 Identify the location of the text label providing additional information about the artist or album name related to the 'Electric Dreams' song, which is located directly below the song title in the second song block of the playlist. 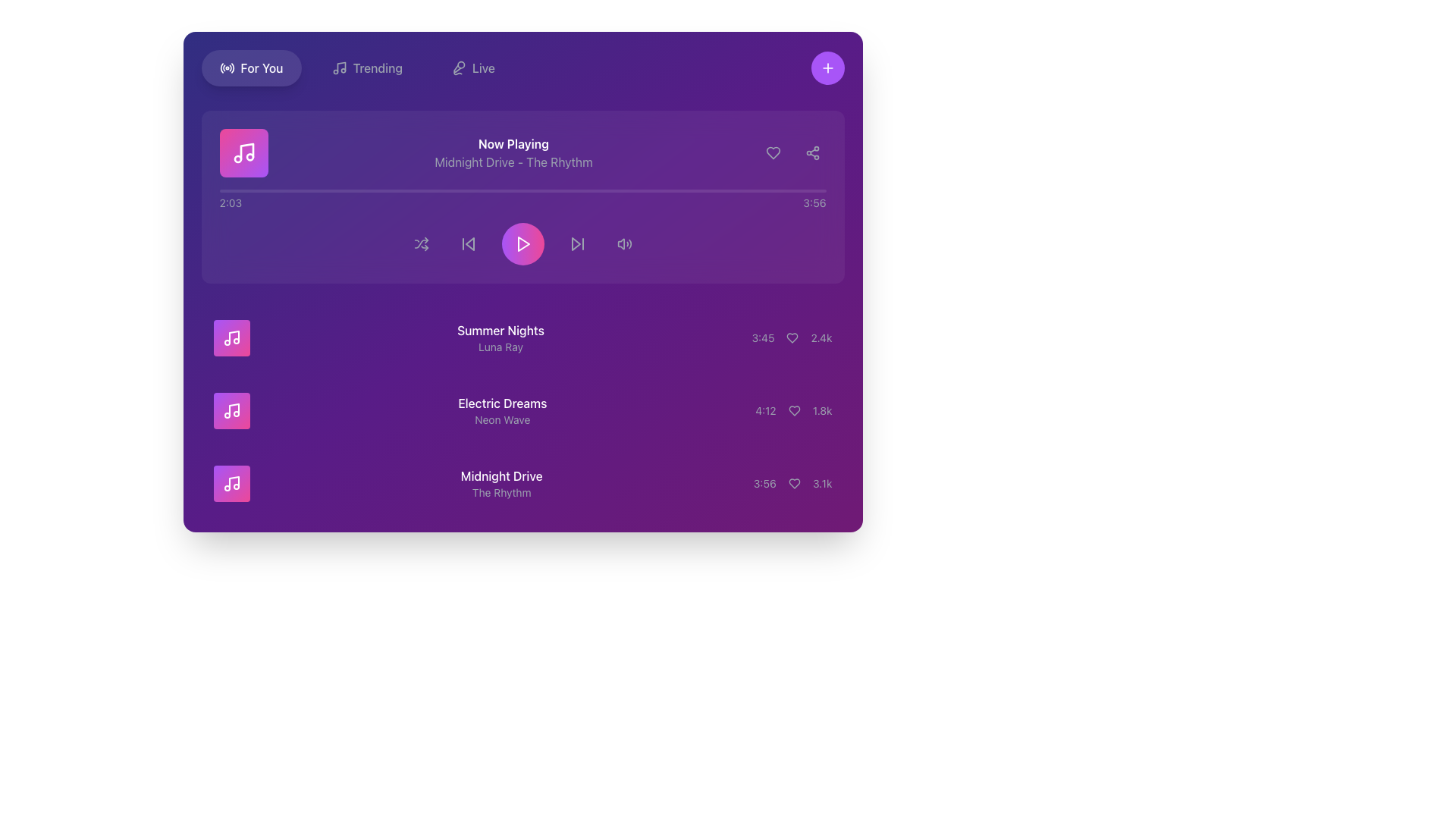
(502, 420).